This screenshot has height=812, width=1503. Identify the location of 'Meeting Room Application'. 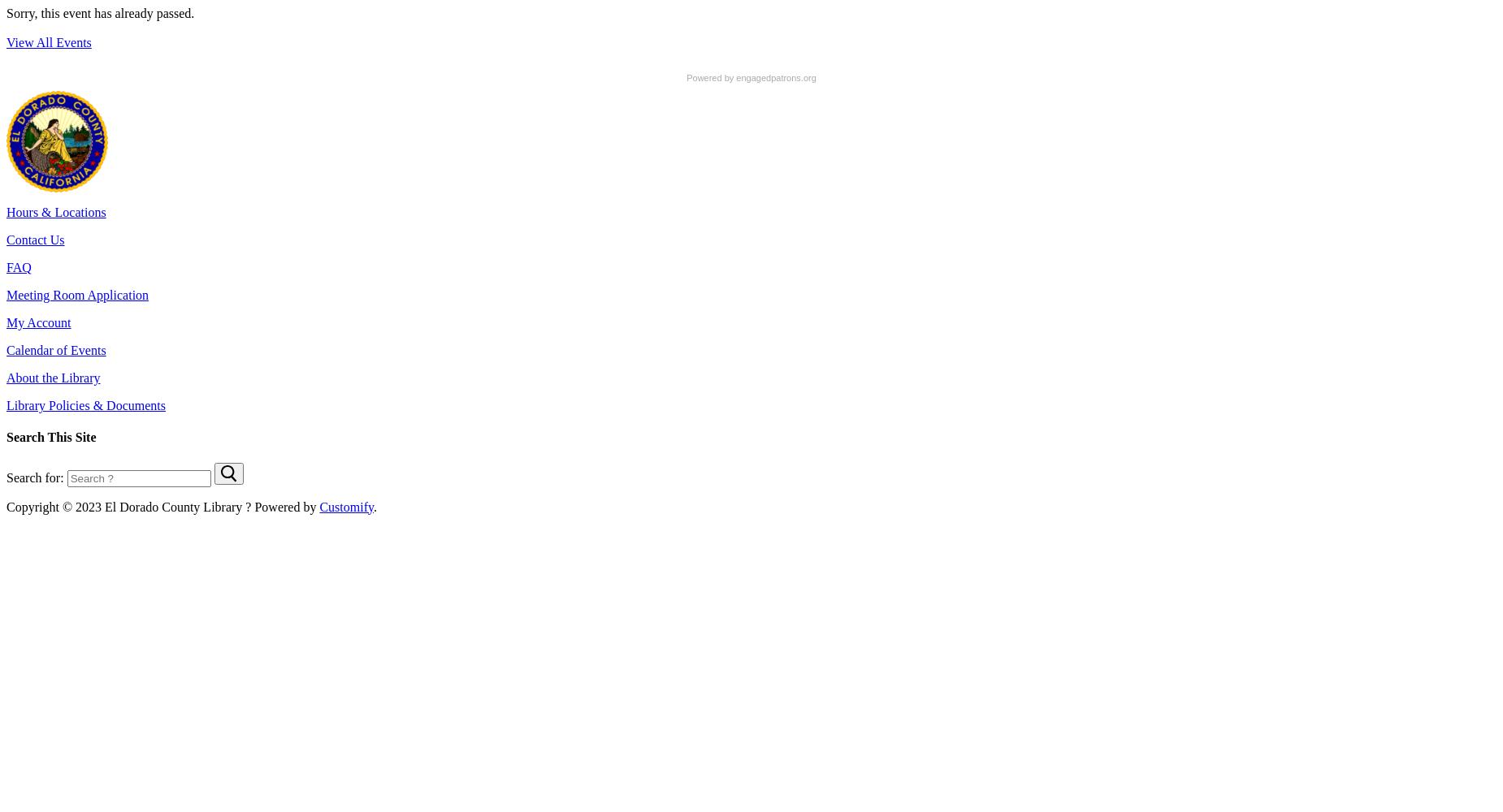
(76, 294).